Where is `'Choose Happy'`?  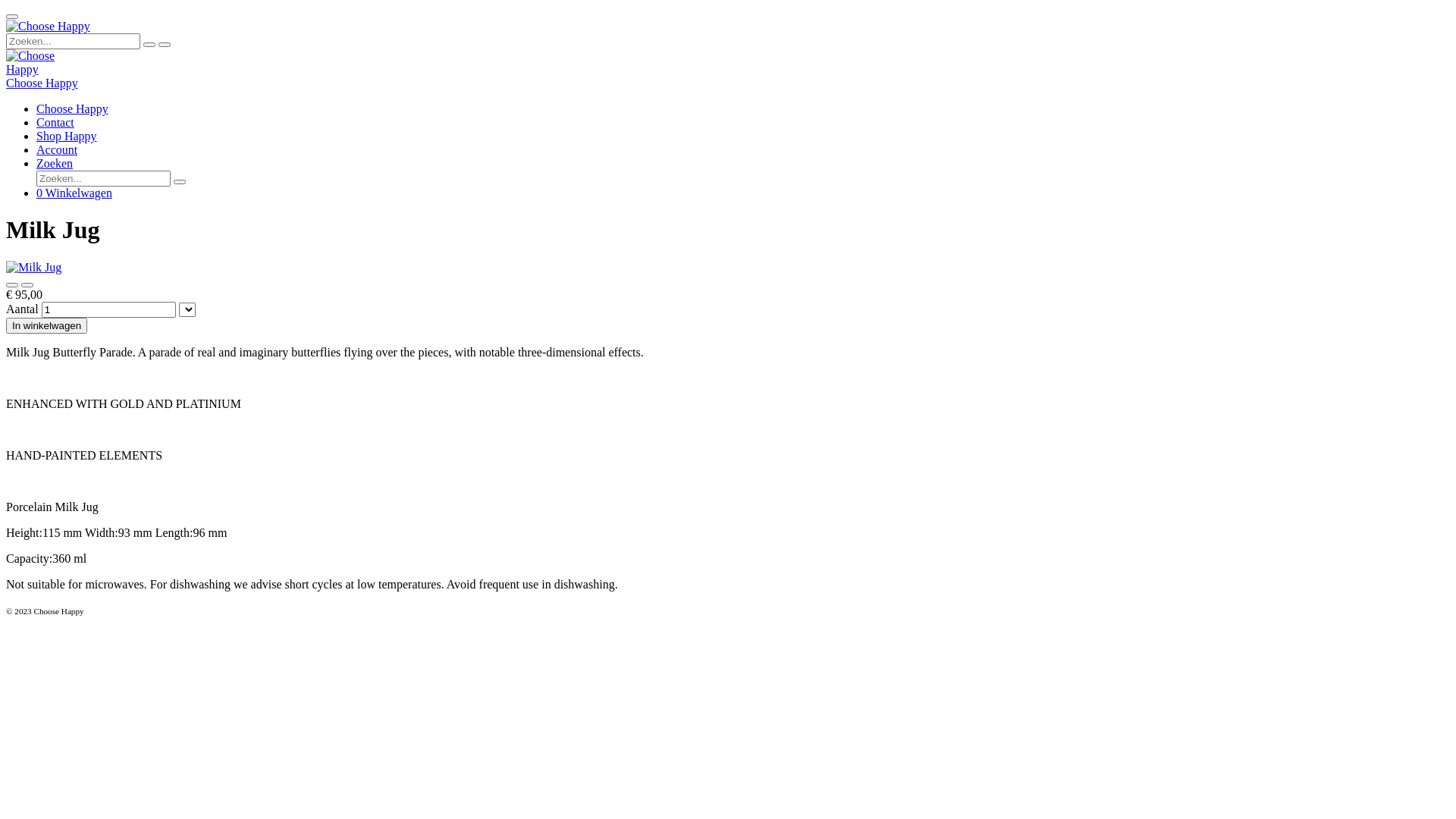 'Choose Happy' is located at coordinates (42, 83).